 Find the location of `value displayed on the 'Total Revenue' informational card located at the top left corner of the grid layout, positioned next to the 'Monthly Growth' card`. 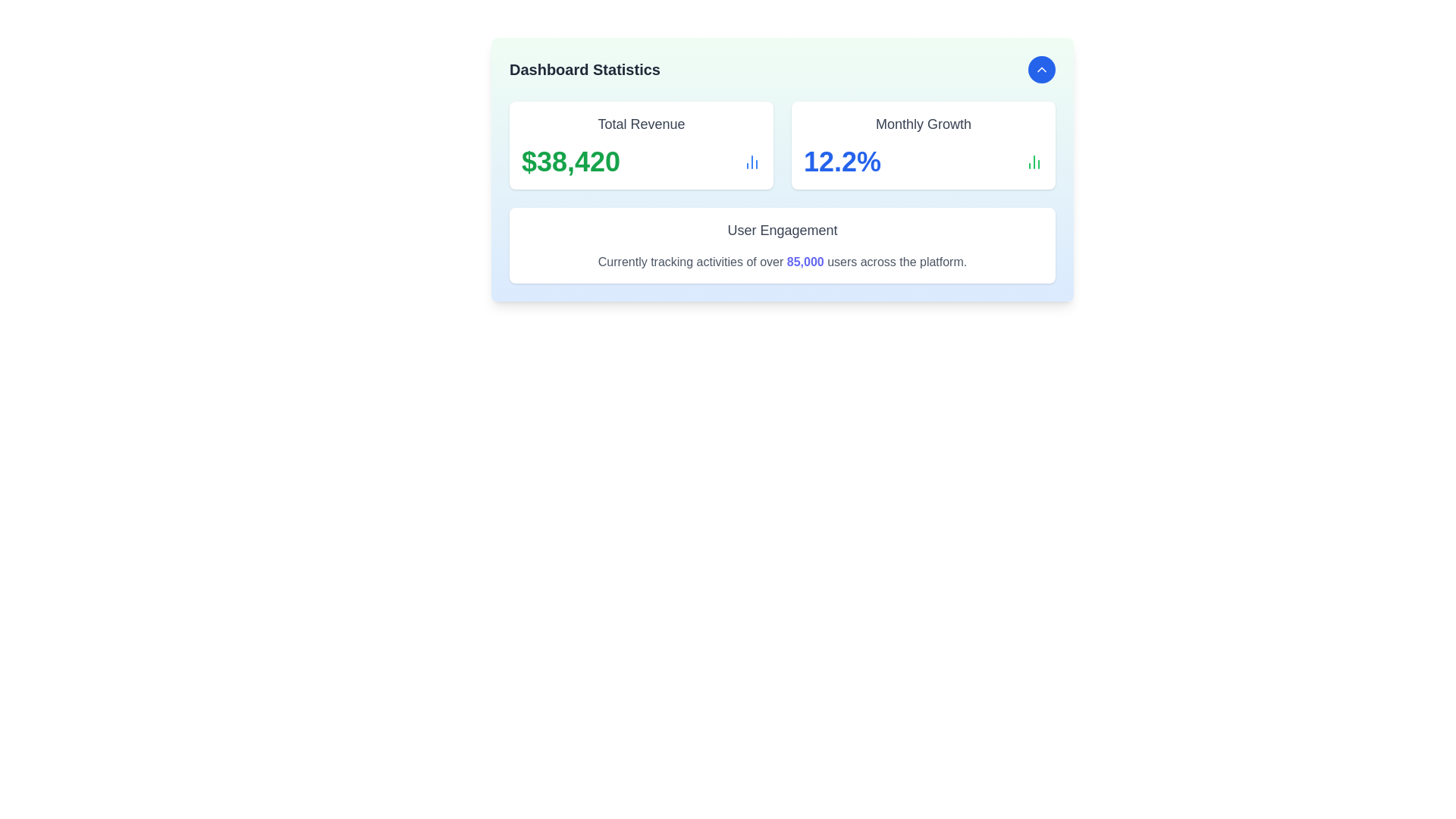

value displayed on the 'Total Revenue' informational card located at the top left corner of the grid layout, positioned next to the 'Monthly Growth' card is located at coordinates (641, 146).